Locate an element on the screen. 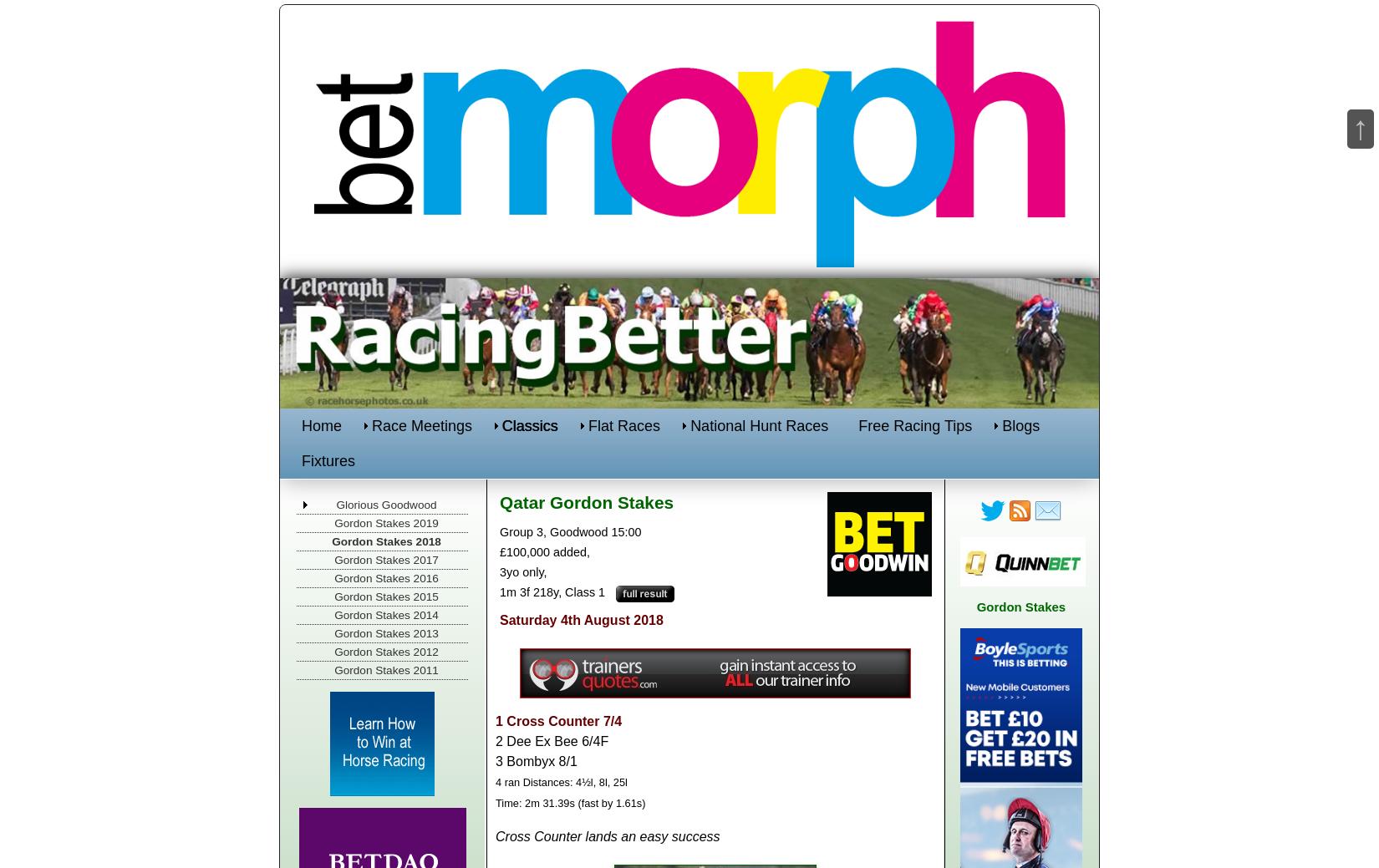  'Time: 2m 31.39s (fast by 1.61s)' is located at coordinates (495, 803).